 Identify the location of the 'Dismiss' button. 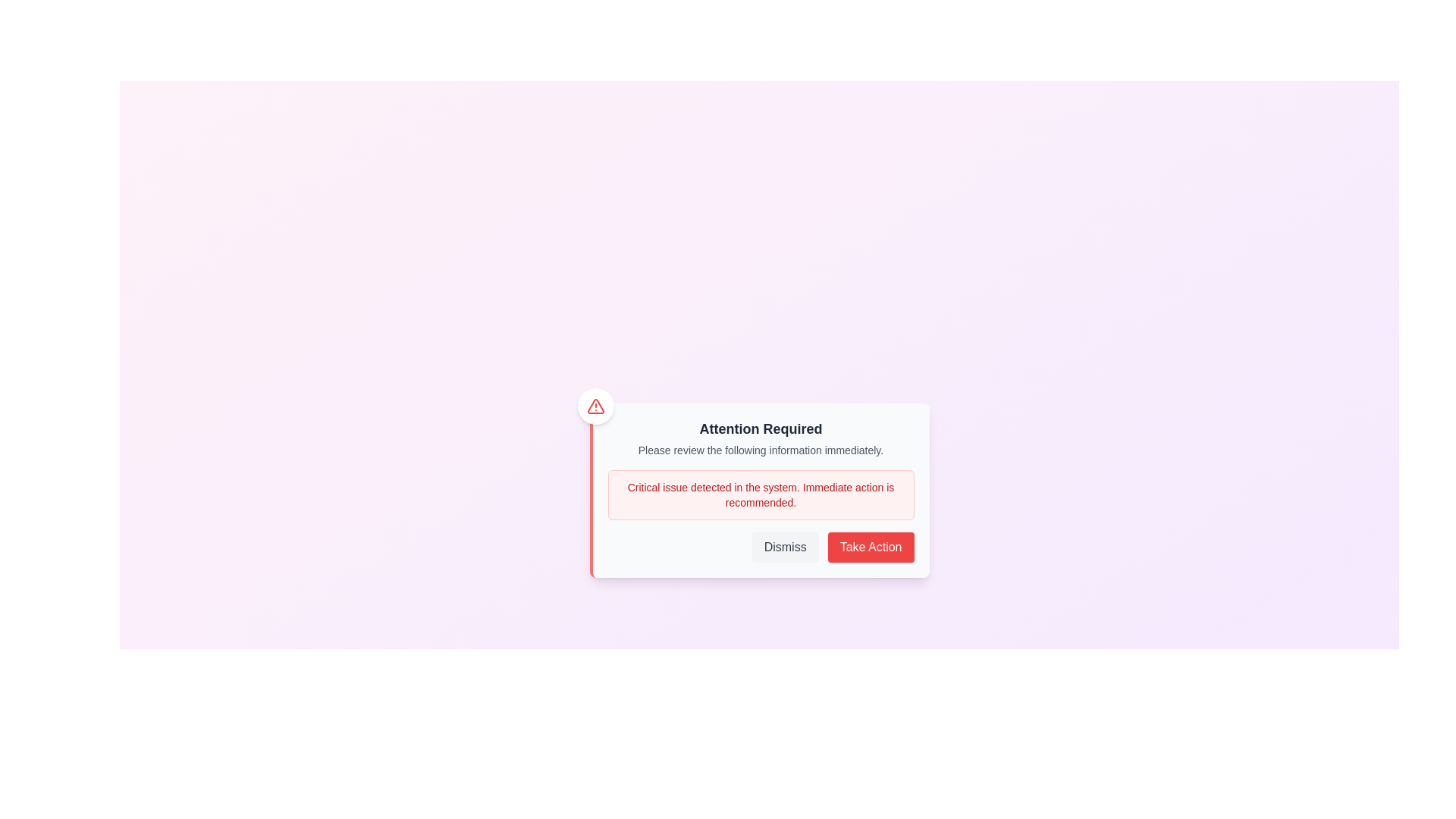
(785, 547).